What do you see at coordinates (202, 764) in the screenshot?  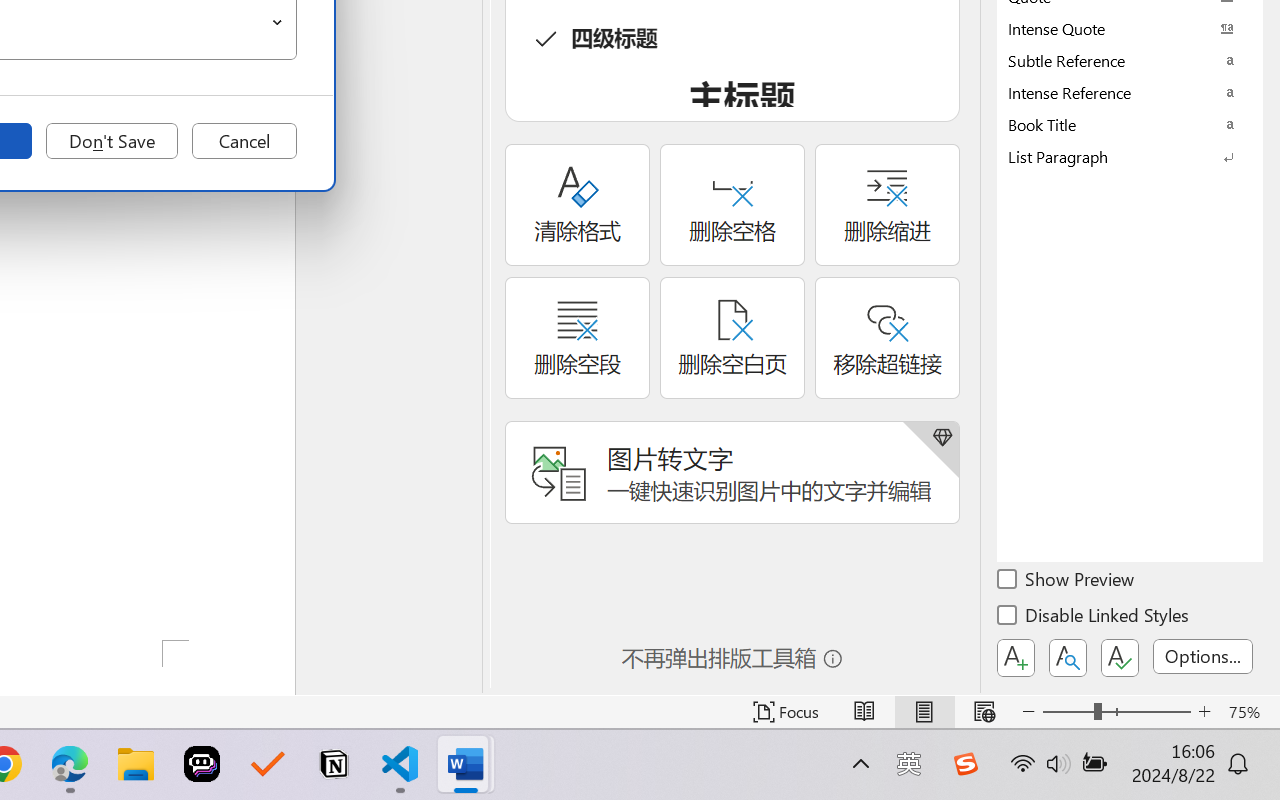 I see `'Poe'` at bounding box center [202, 764].